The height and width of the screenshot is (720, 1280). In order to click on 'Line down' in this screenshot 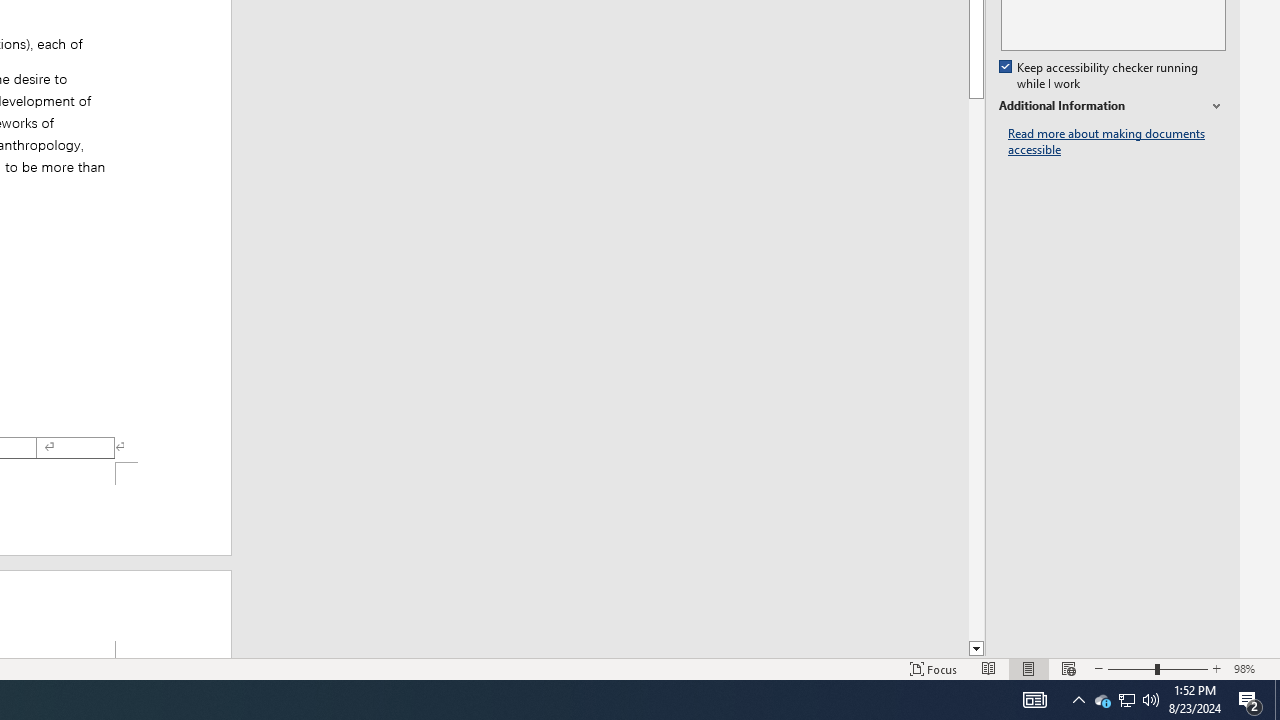, I will do `click(976, 649)`.